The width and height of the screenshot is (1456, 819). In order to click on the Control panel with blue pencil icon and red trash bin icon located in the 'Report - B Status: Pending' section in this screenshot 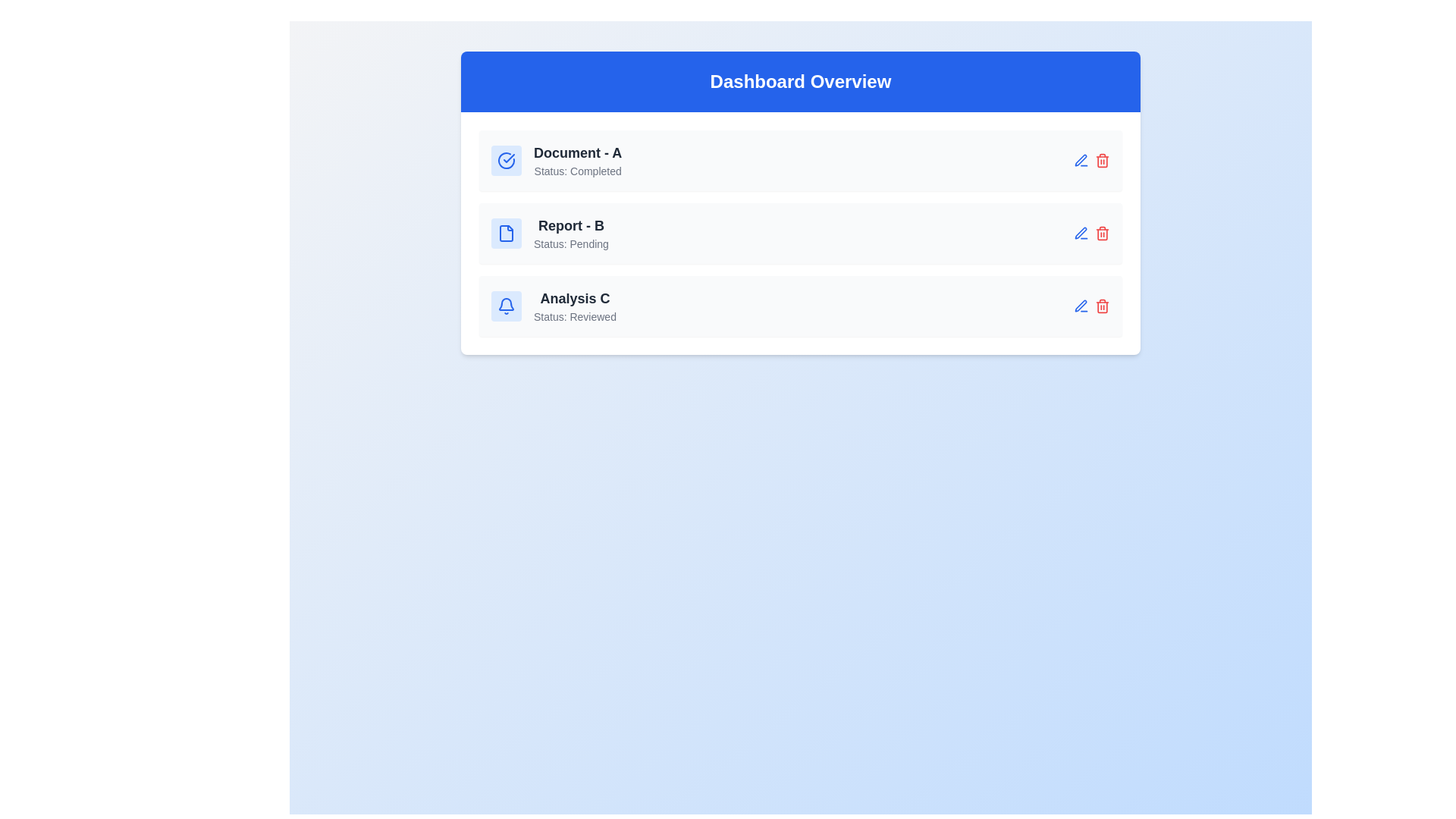, I will do `click(1092, 234)`.